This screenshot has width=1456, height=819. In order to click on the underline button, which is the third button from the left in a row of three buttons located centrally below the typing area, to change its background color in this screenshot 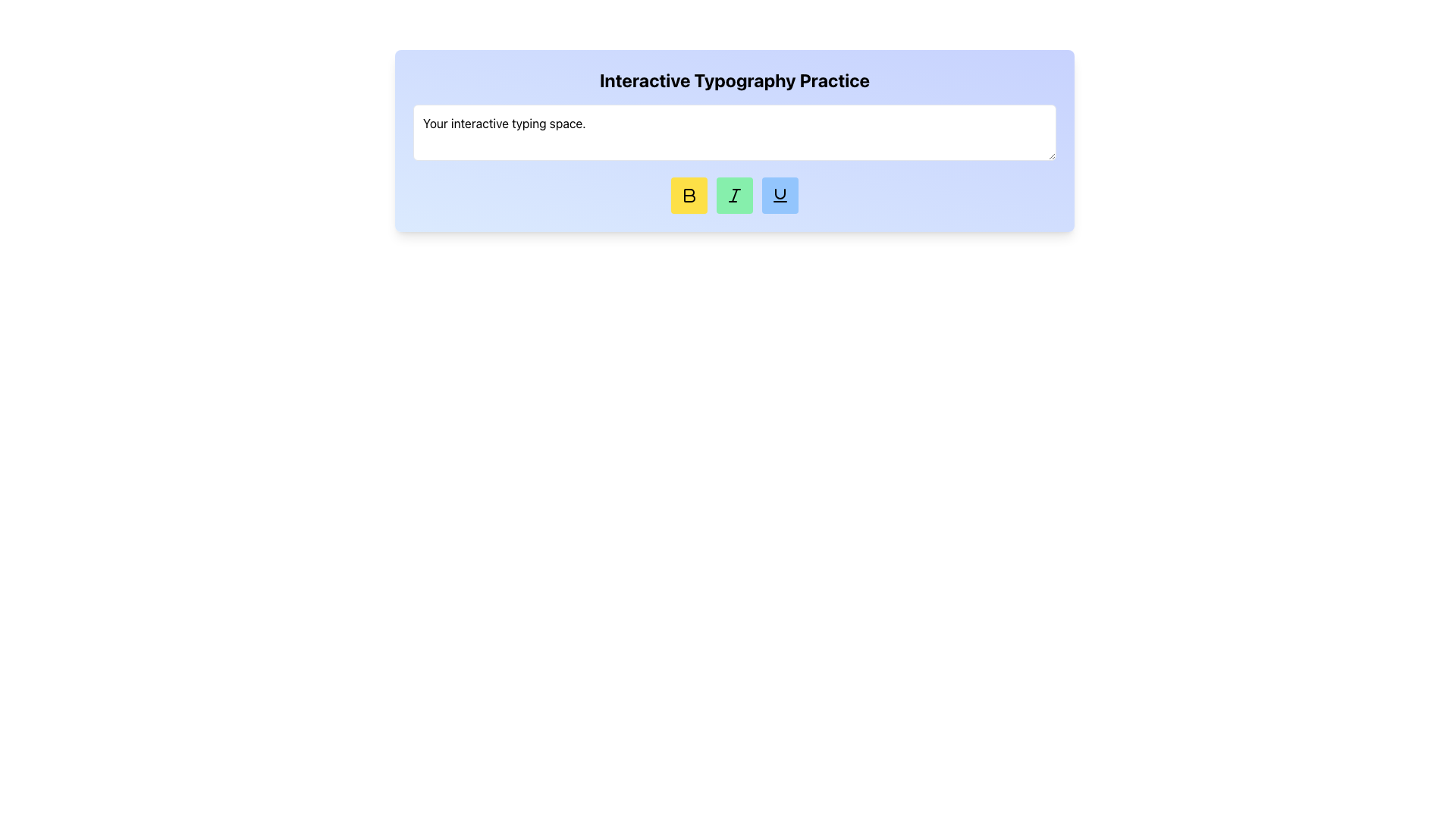, I will do `click(780, 195)`.